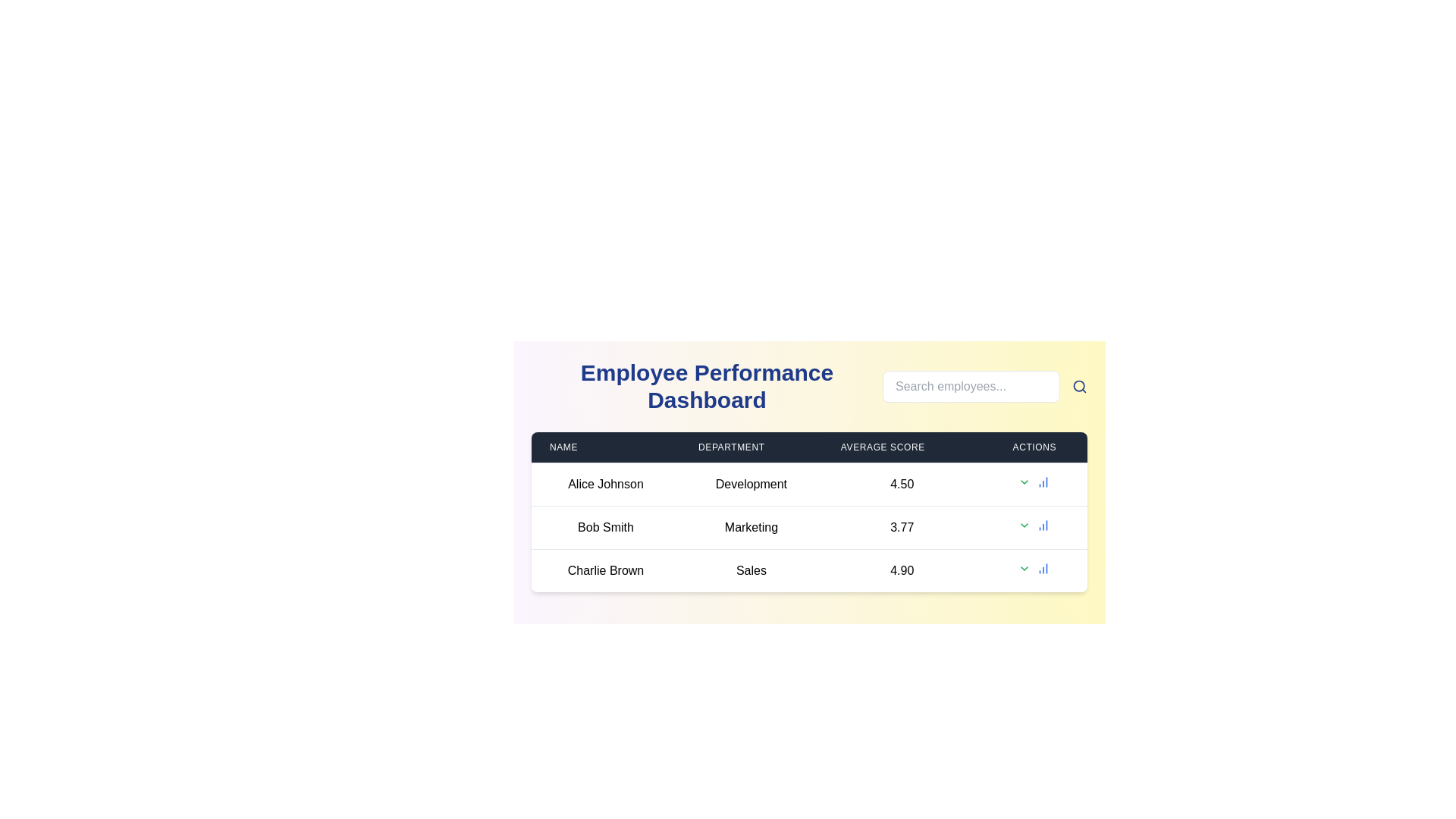  What do you see at coordinates (808, 526) in the screenshot?
I see `the second row in the table containing information about 'Bob Smith'` at bounding box center [808, 526].